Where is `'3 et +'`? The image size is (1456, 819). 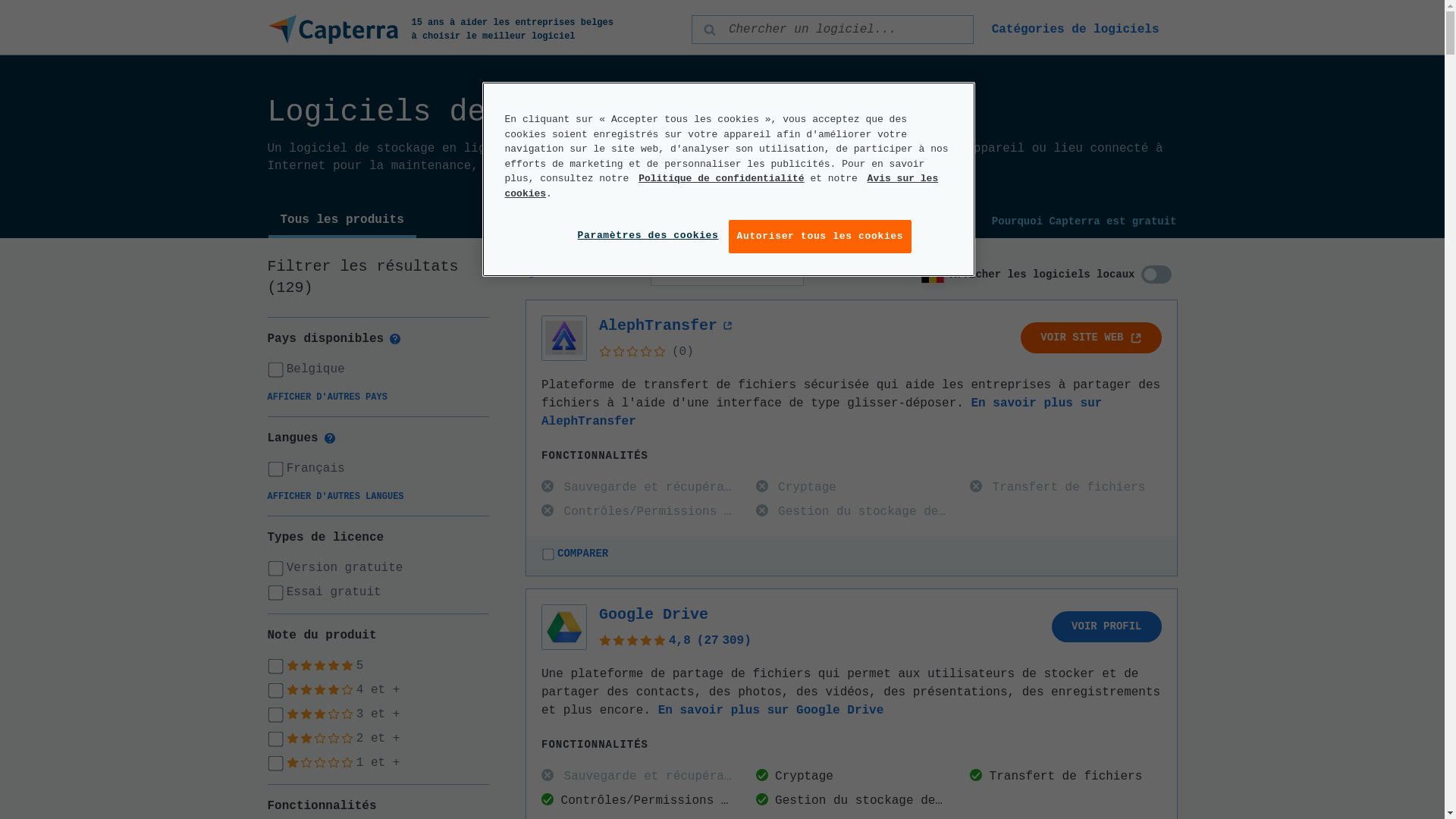
'3 et +' is located at coordinates (378, 714).